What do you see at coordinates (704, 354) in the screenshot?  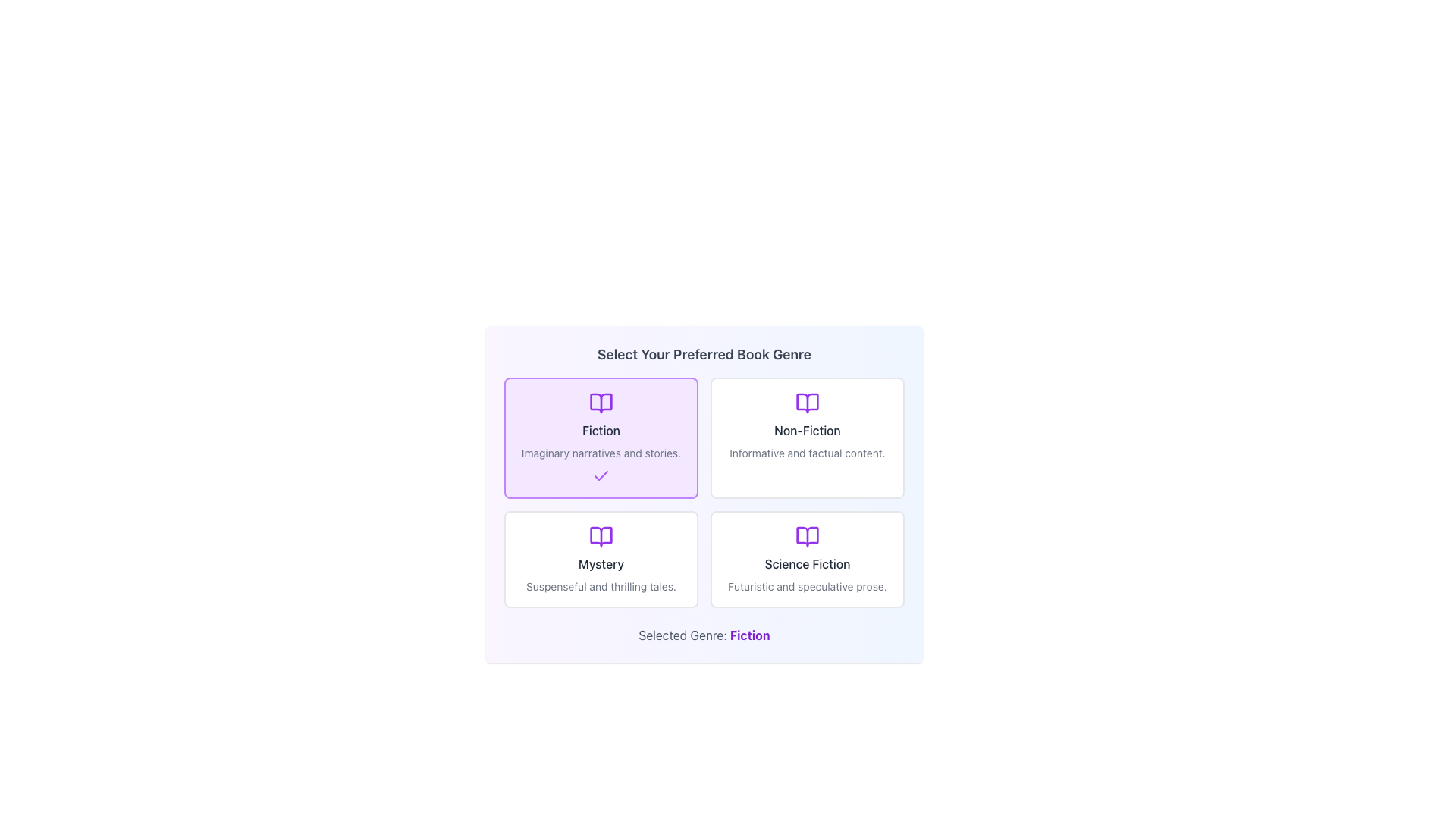 I see `text of the centrally aligned heading that instructs users to select their preferred book genre` at bounding box center [704, 354].